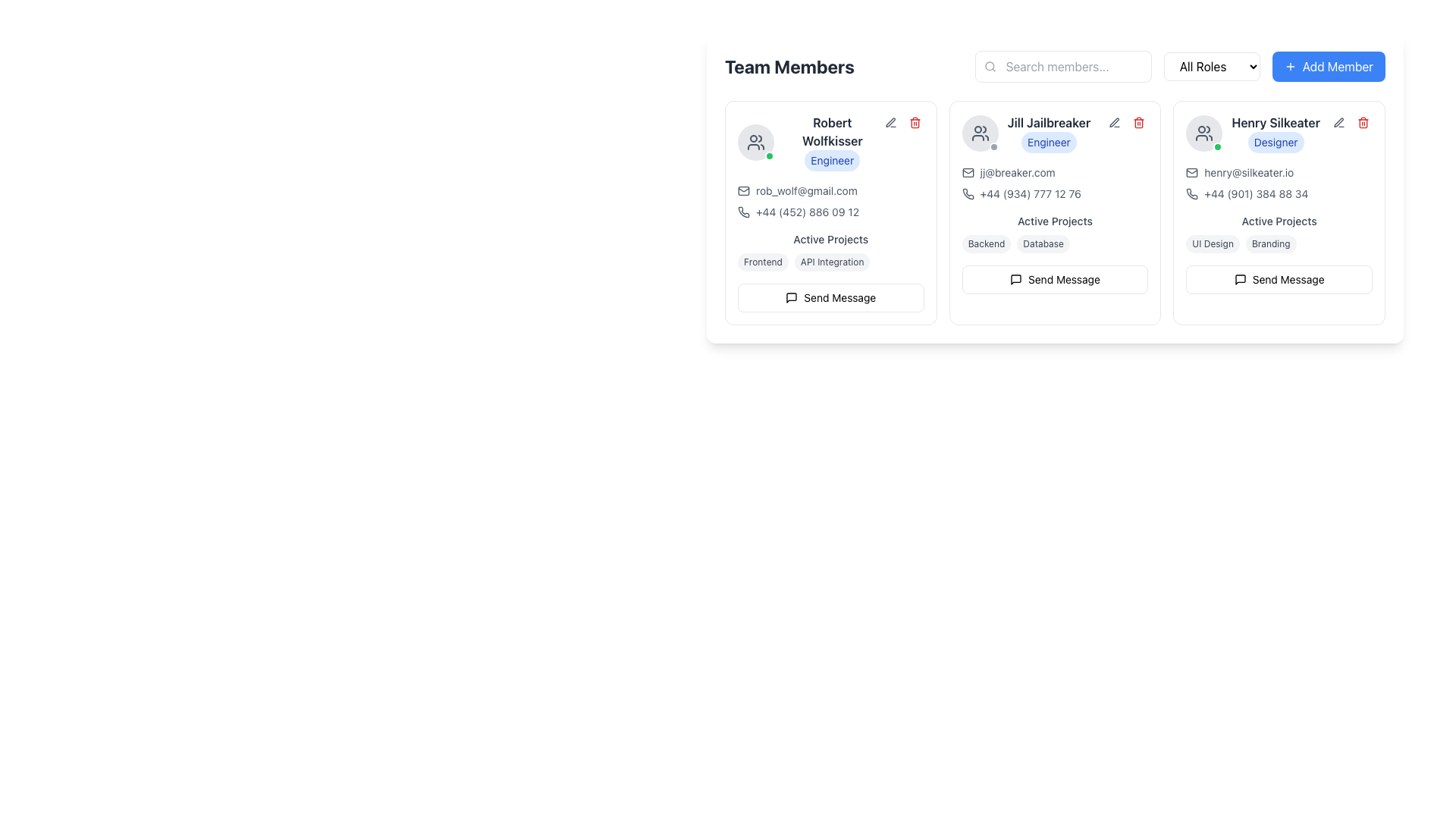  Describe the element at coordinates (980, 133) in the screenshot. I see `the avatar icon representing a group of people located to the left of the label 'Jill Jailbreaker'` at that location.